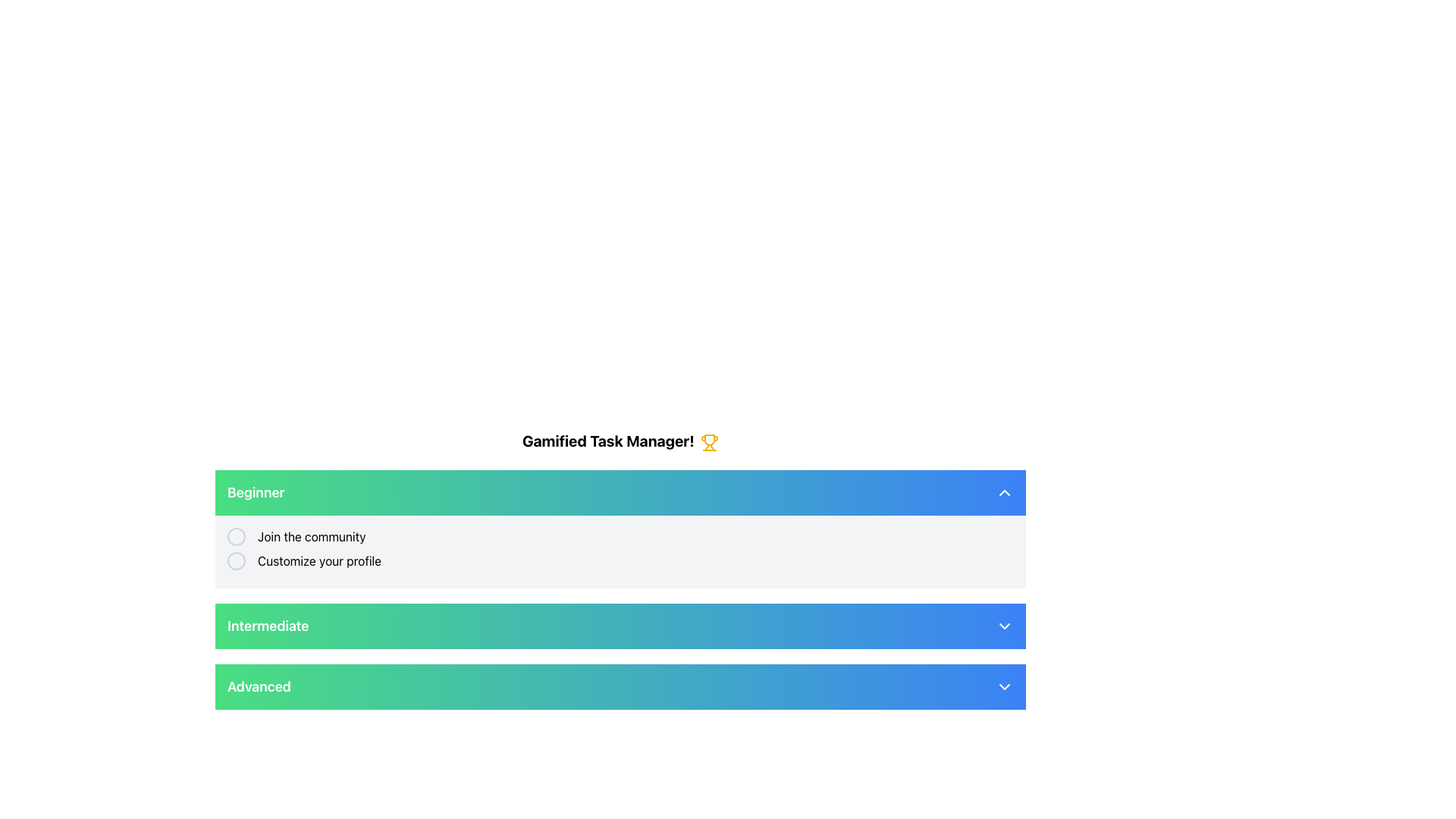 The image size is (1456, 819). I want to click on the trophy icon located to the right of the text 'Gamified Task Manager!' for interaction, so click(709, 442).